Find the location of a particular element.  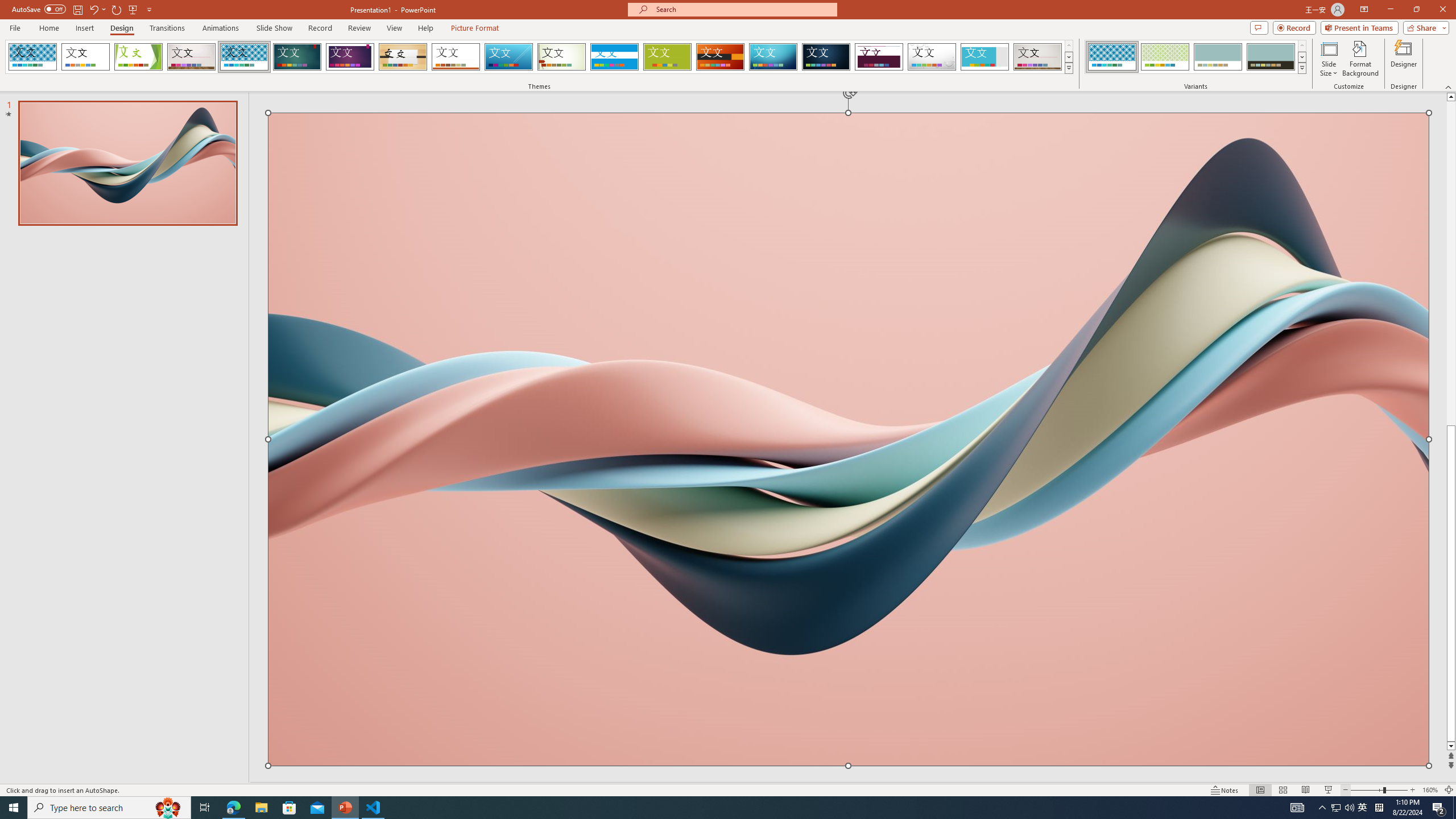

'Integral' is located at coordinates (244, 56).